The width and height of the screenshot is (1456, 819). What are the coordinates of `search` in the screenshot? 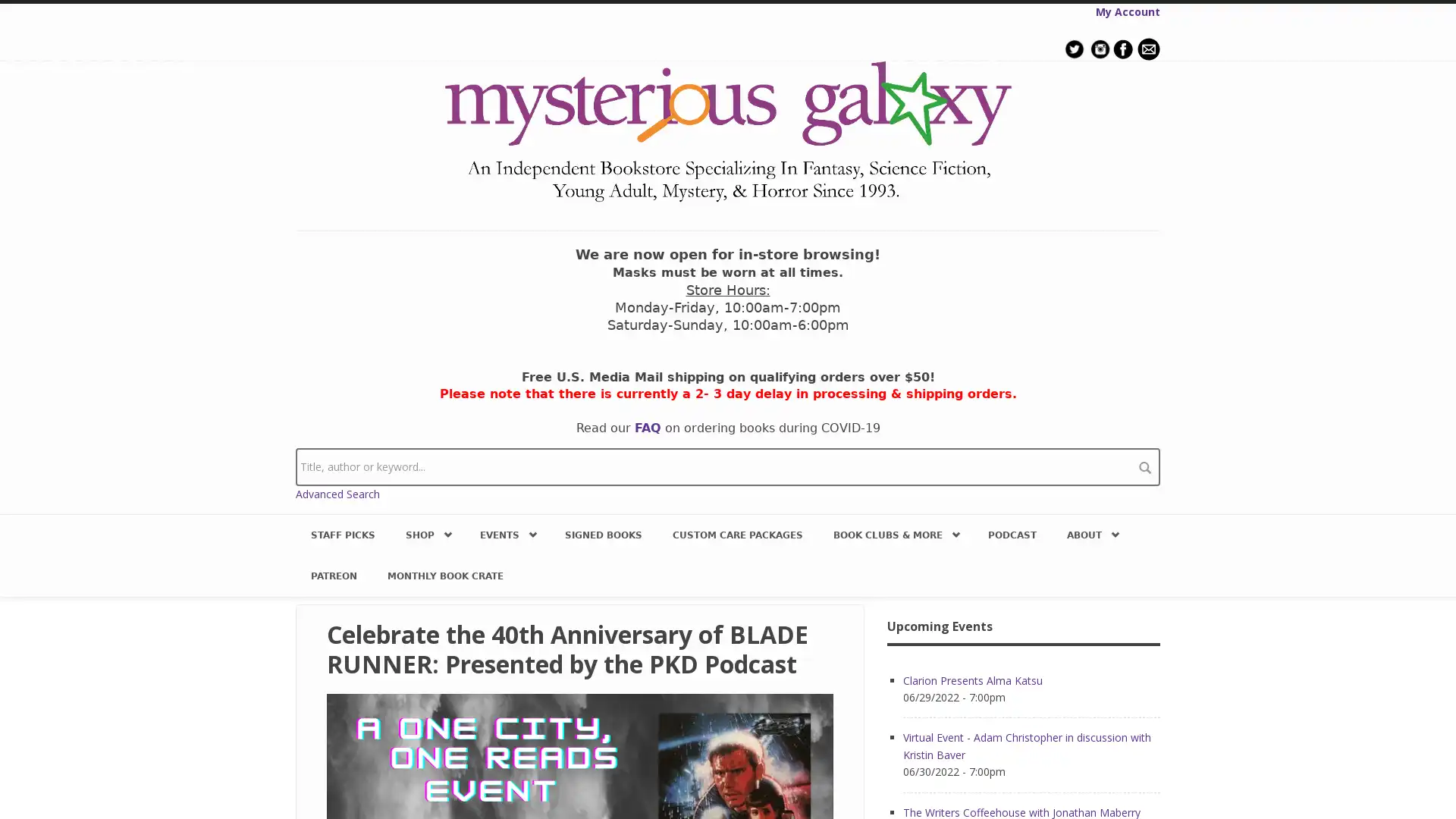 It's located at (1145, 466).